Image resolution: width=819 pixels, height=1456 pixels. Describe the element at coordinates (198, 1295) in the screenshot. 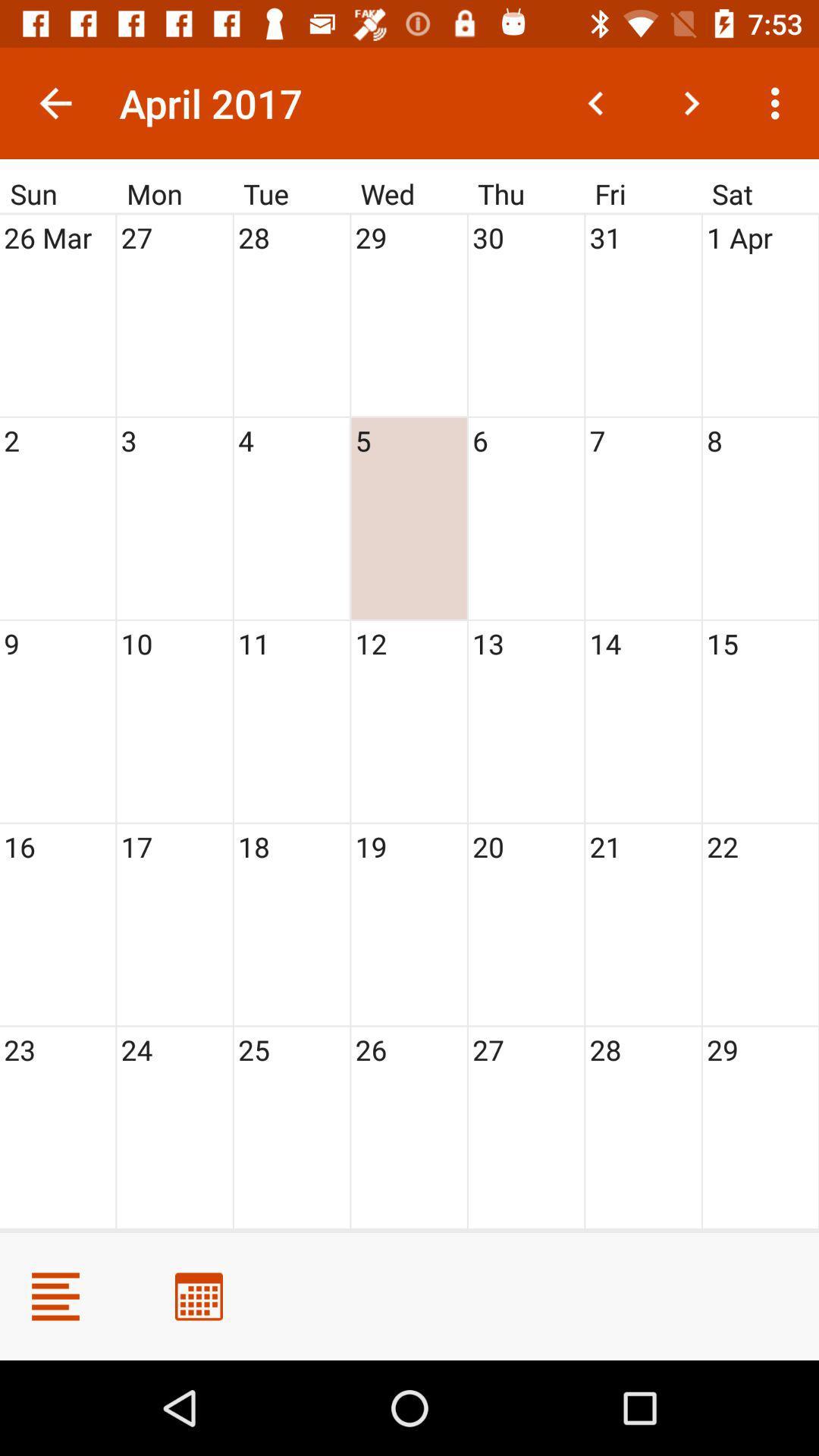

I see `the date_range icon` at that location.